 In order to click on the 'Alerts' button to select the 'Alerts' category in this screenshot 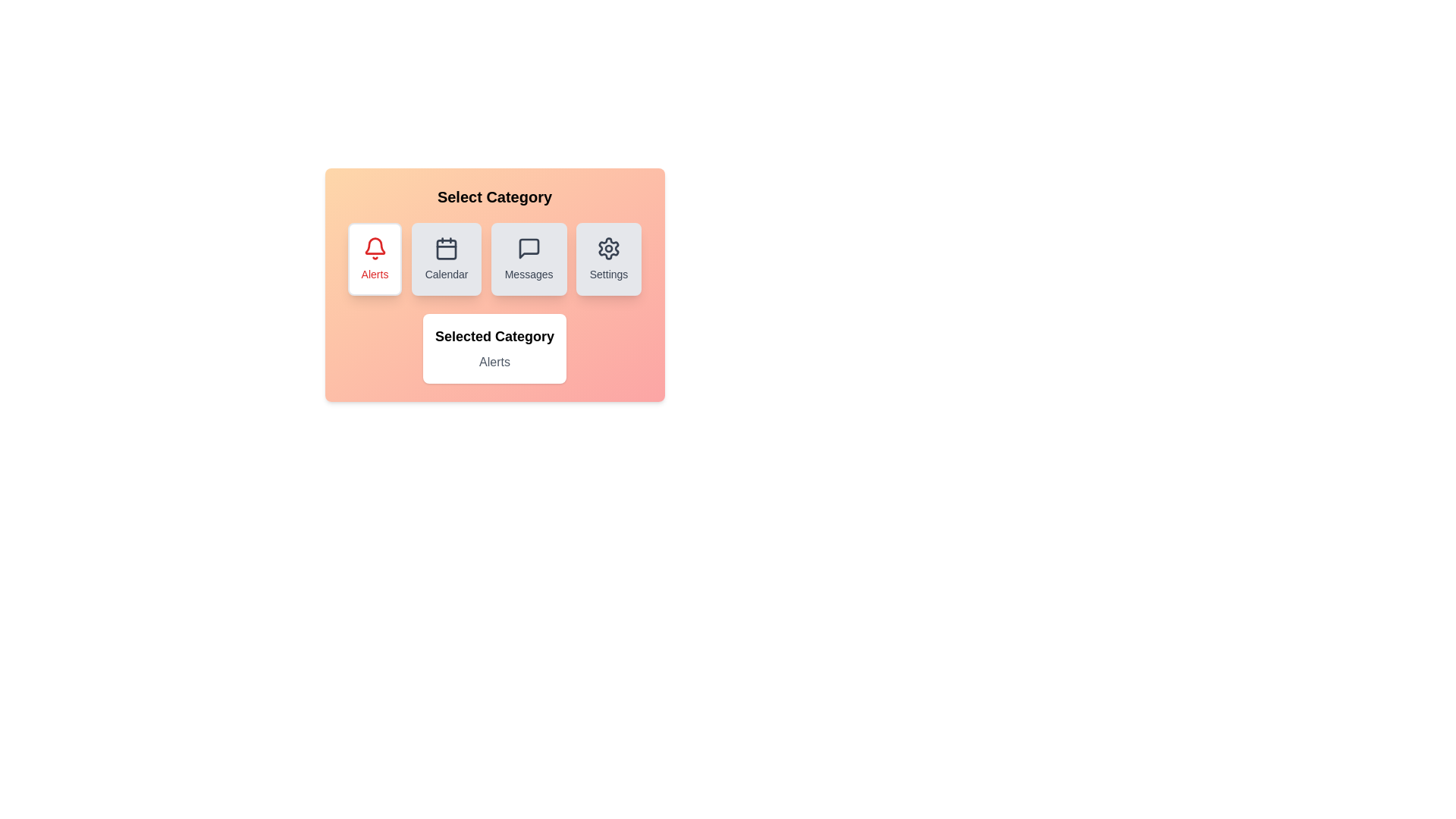, I will do `click(375, 259)`.